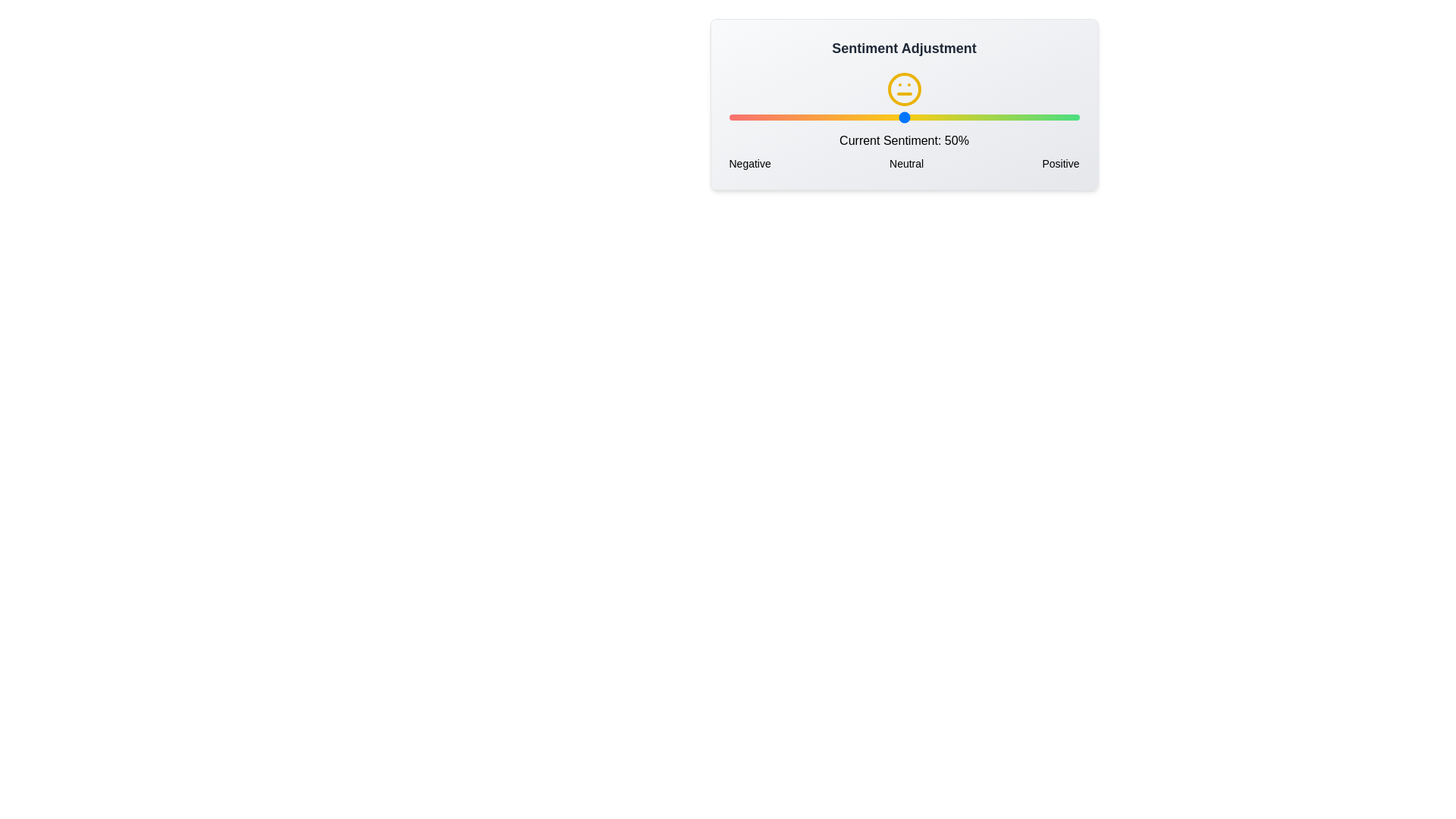 The width and height of the screenshot is (1456, 819). What do you see at coordinates (883, 116) in the screenshot?
I see `the sentiment slider to 44% to observe the corresponding sentiment icon` at bounding box center [883, 116].